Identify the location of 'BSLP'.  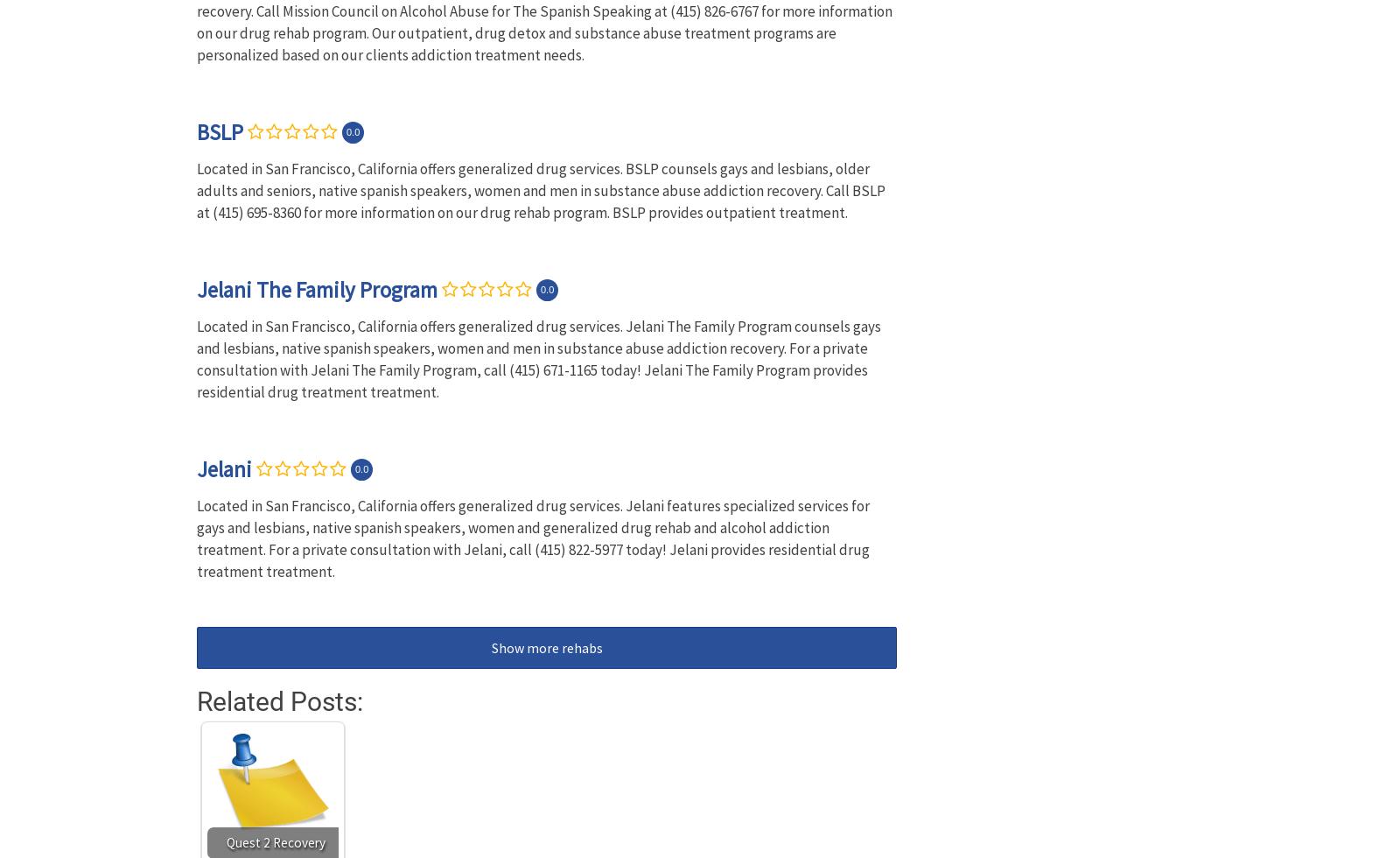
(220, 131).